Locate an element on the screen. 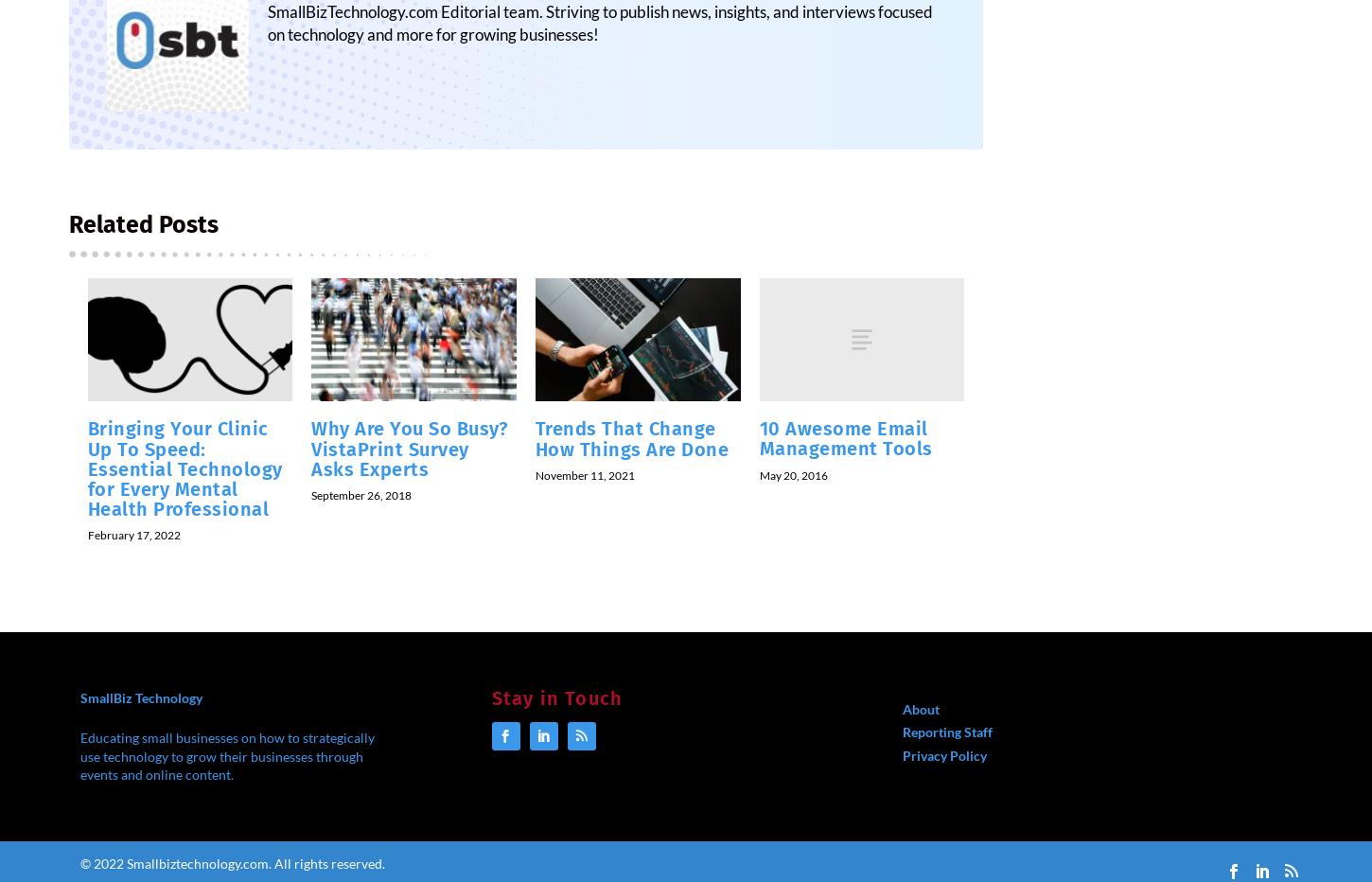  'Bringing Your Clinic Up To Speed: Essential Technology for Every Mental Health Professional' is located at coordinates (184, 480).